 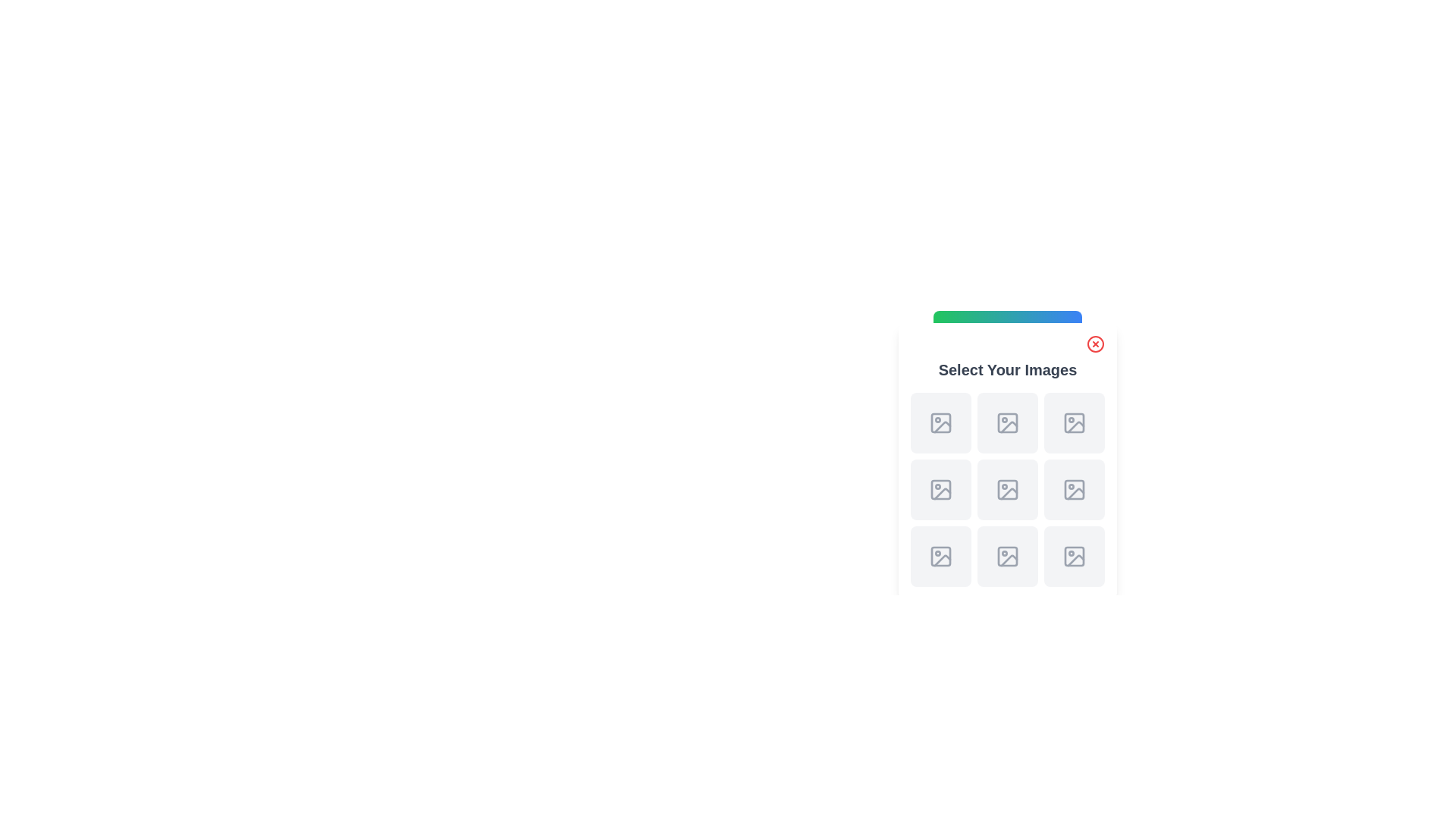 I want to click on the static text indicating a toggle action for the gallery, which is centrally aligned within the interactive button located at the top-center of the vertical layout, so click(x=1019, y=329).